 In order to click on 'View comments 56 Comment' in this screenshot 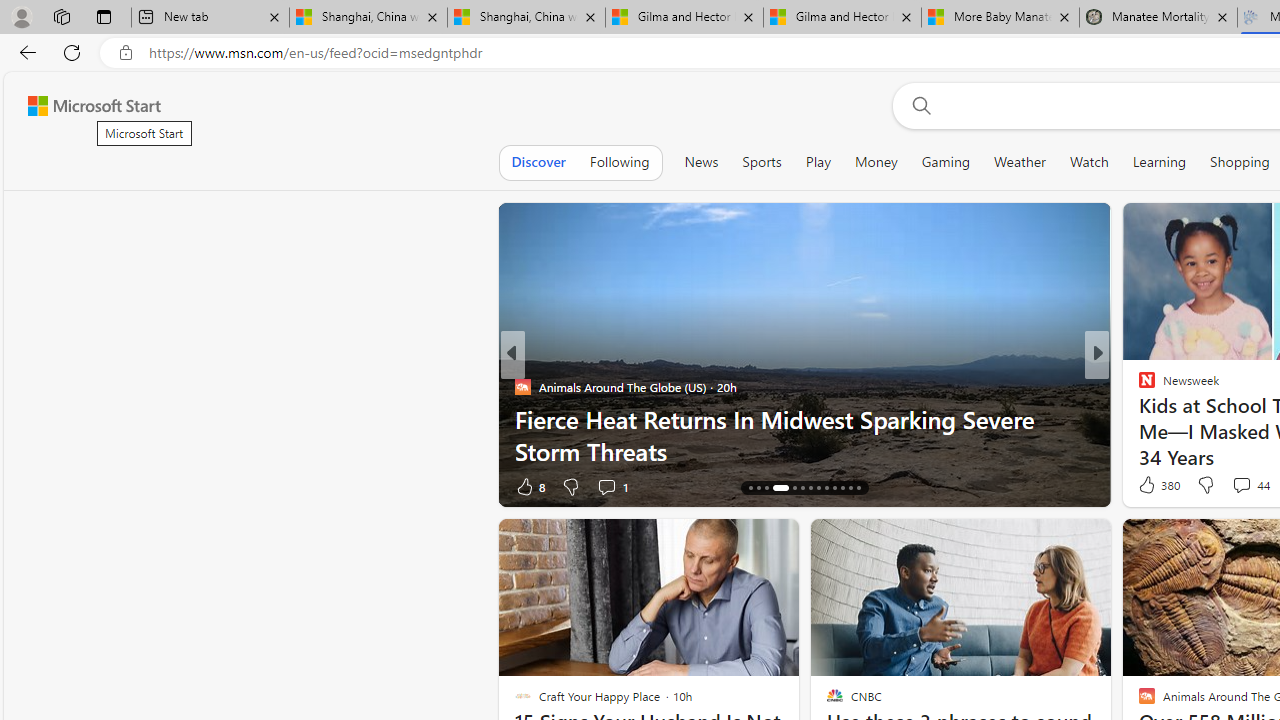, I will do `click(1243, 486)`.